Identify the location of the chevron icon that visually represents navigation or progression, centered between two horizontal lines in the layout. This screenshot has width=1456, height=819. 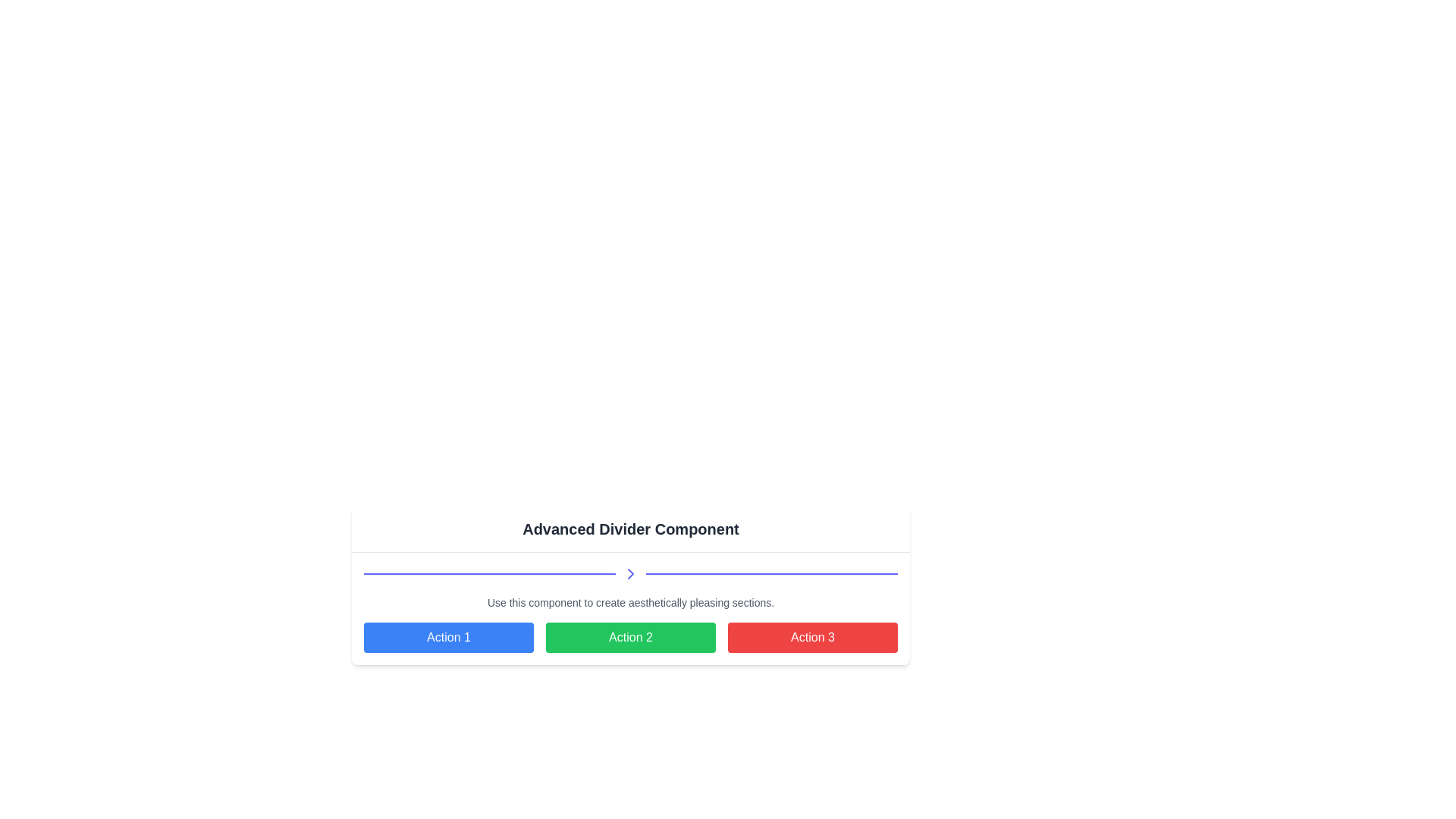
(630, 573).